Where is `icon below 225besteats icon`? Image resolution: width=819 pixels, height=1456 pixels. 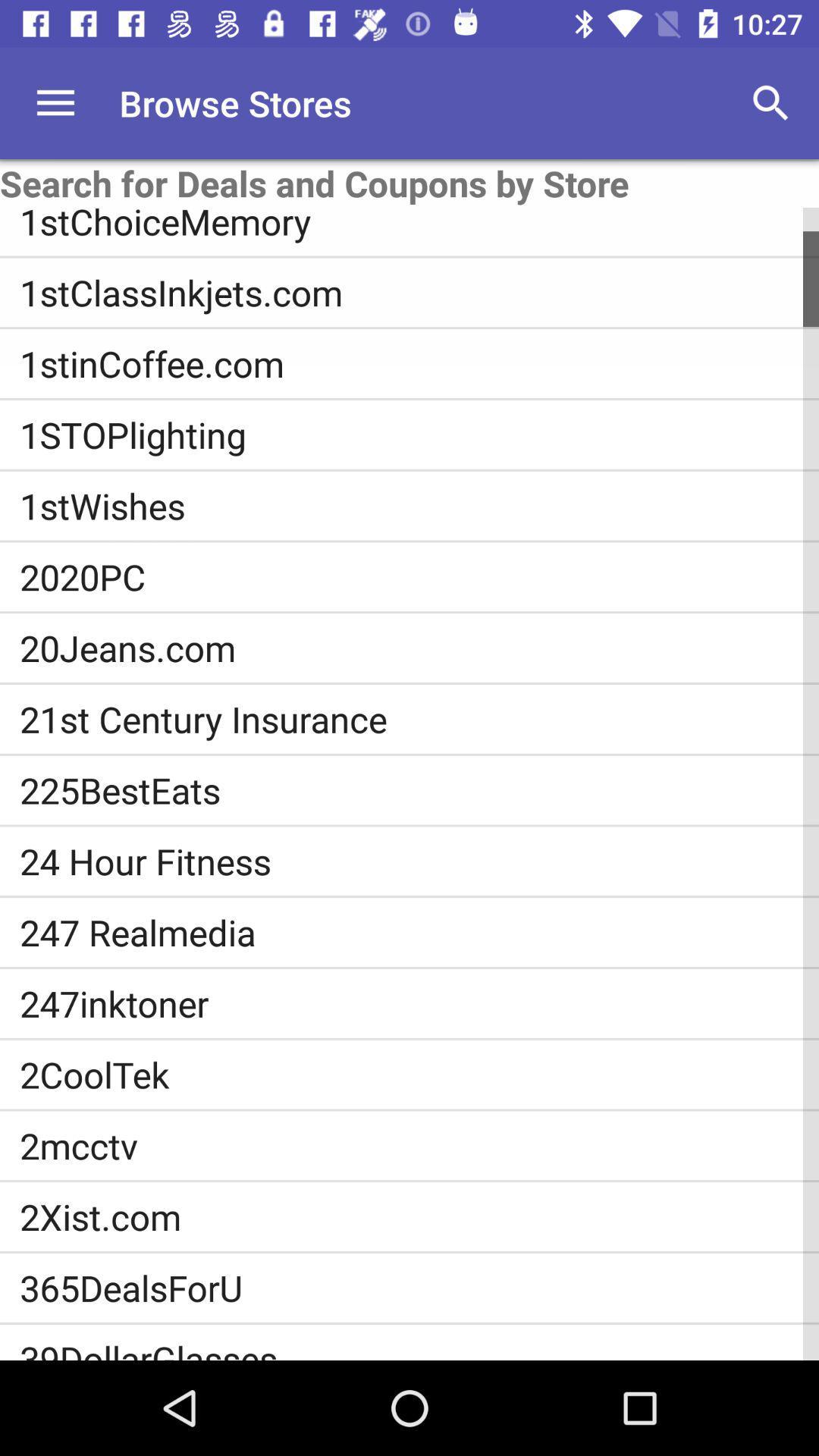 icon below 225besteats icon is located at coordinates (419, 861).